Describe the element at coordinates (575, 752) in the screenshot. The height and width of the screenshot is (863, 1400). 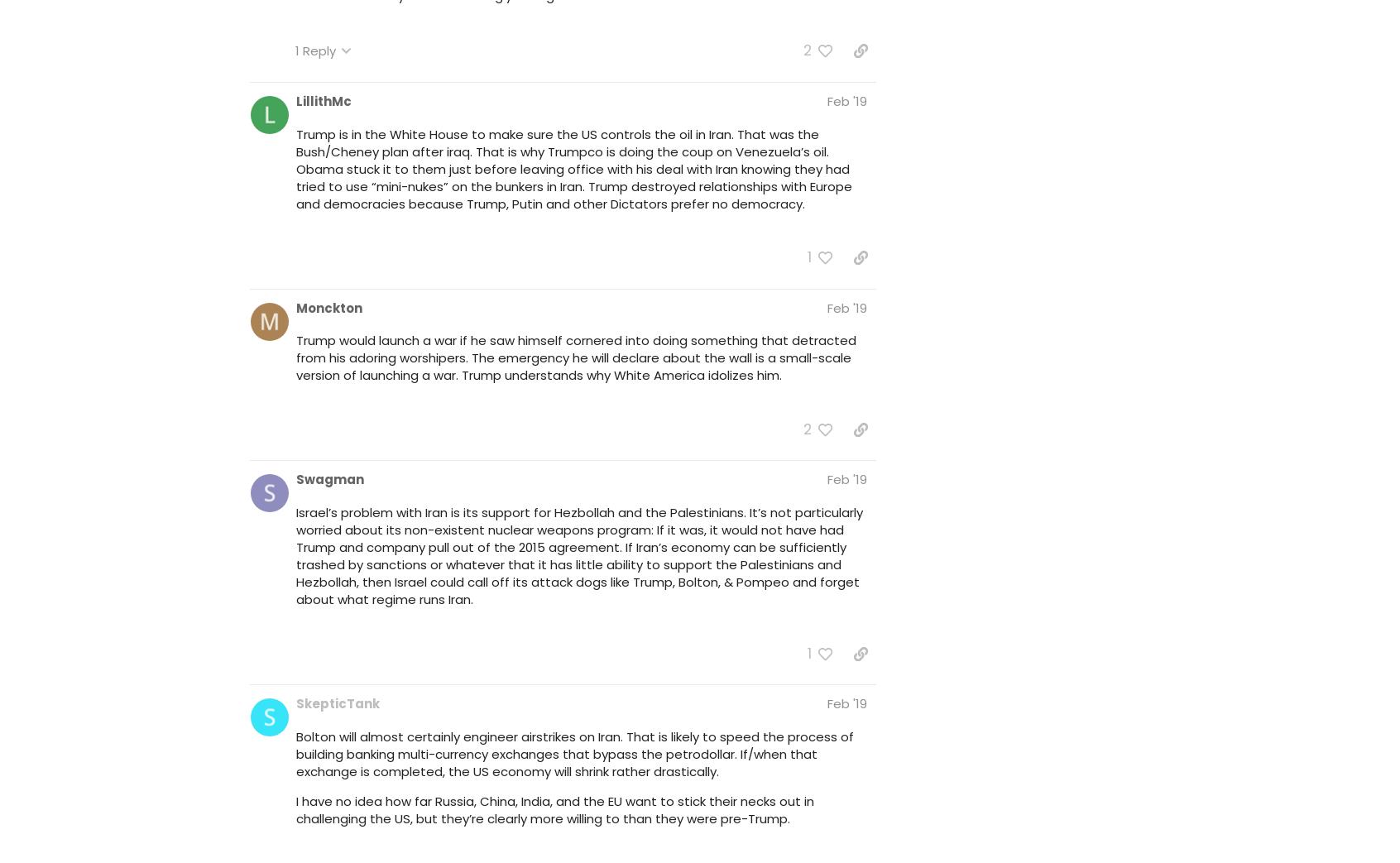
I see `'Bolton will almost certainly engineer airstrikes on Iran. That is likely to speed the process of building banking multi-currency exchanges that bypass the petrodollar. If/when that exchange is completed, the US economy will shrink rather drastically.'` at that location.